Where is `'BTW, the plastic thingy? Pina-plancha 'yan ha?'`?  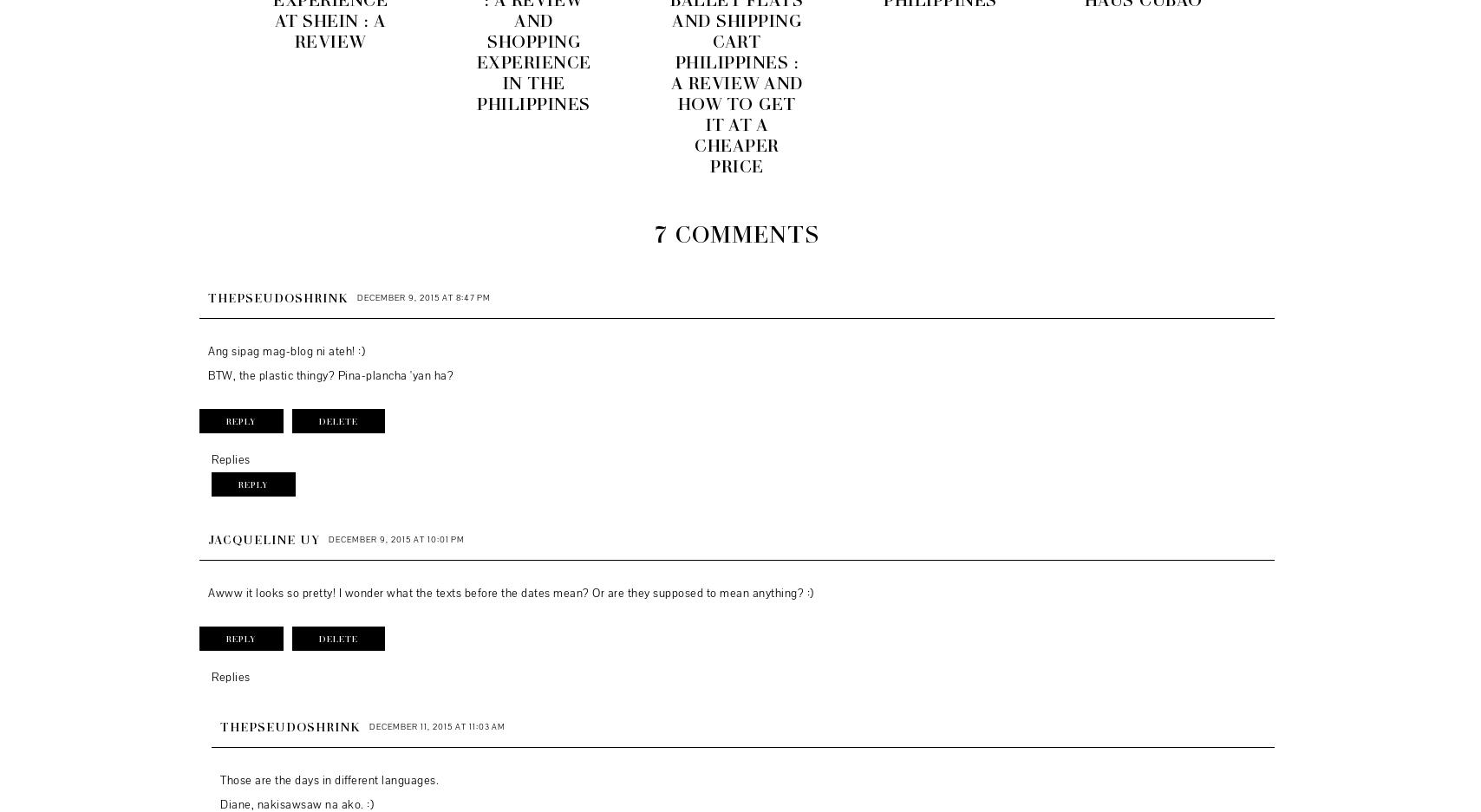 'BTW, the plastic thingy? Pina-plancha 'yan ha?' is located at coordinates (206, 374).